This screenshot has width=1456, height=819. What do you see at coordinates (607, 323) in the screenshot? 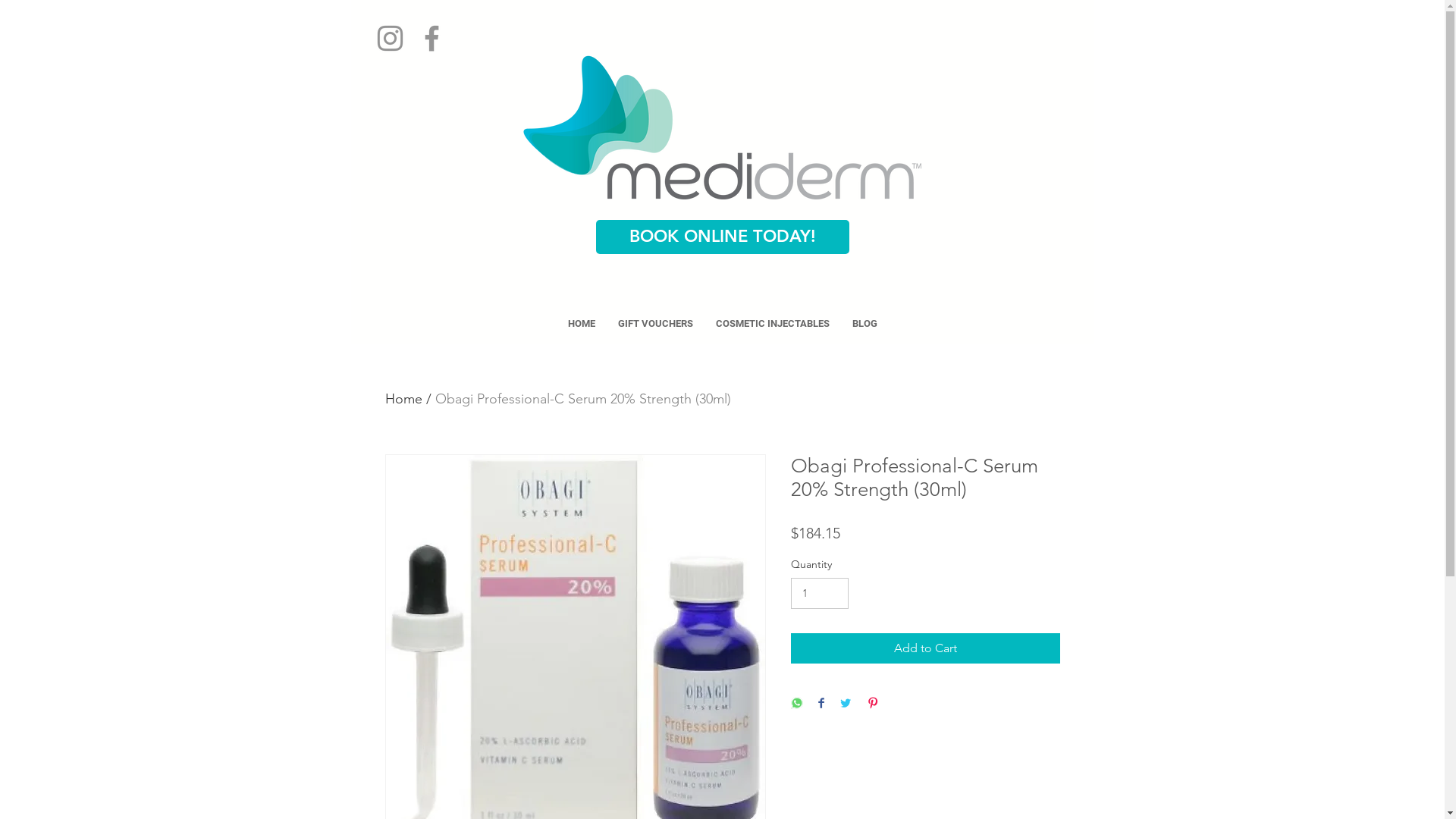
I see `'GIFT VOUCHERS'` at bounding box center [607, 323].